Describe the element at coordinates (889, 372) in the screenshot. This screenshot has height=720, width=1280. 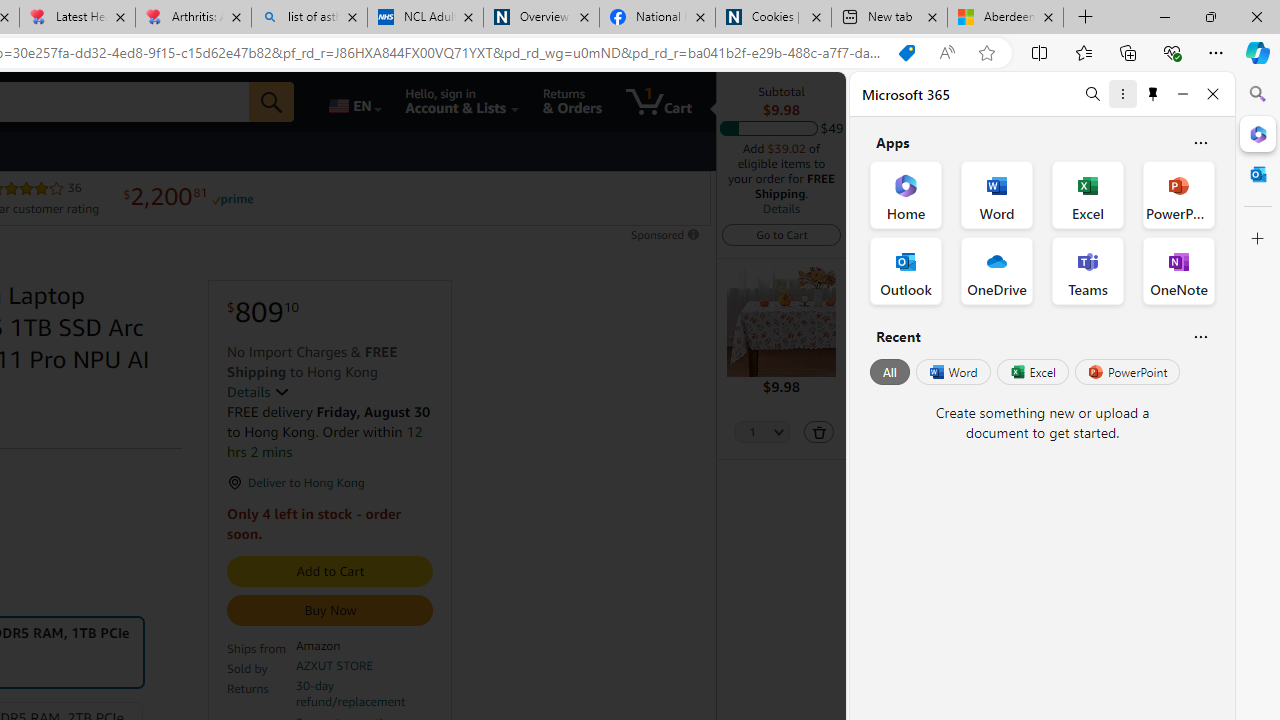
I see `'All'` at that location.